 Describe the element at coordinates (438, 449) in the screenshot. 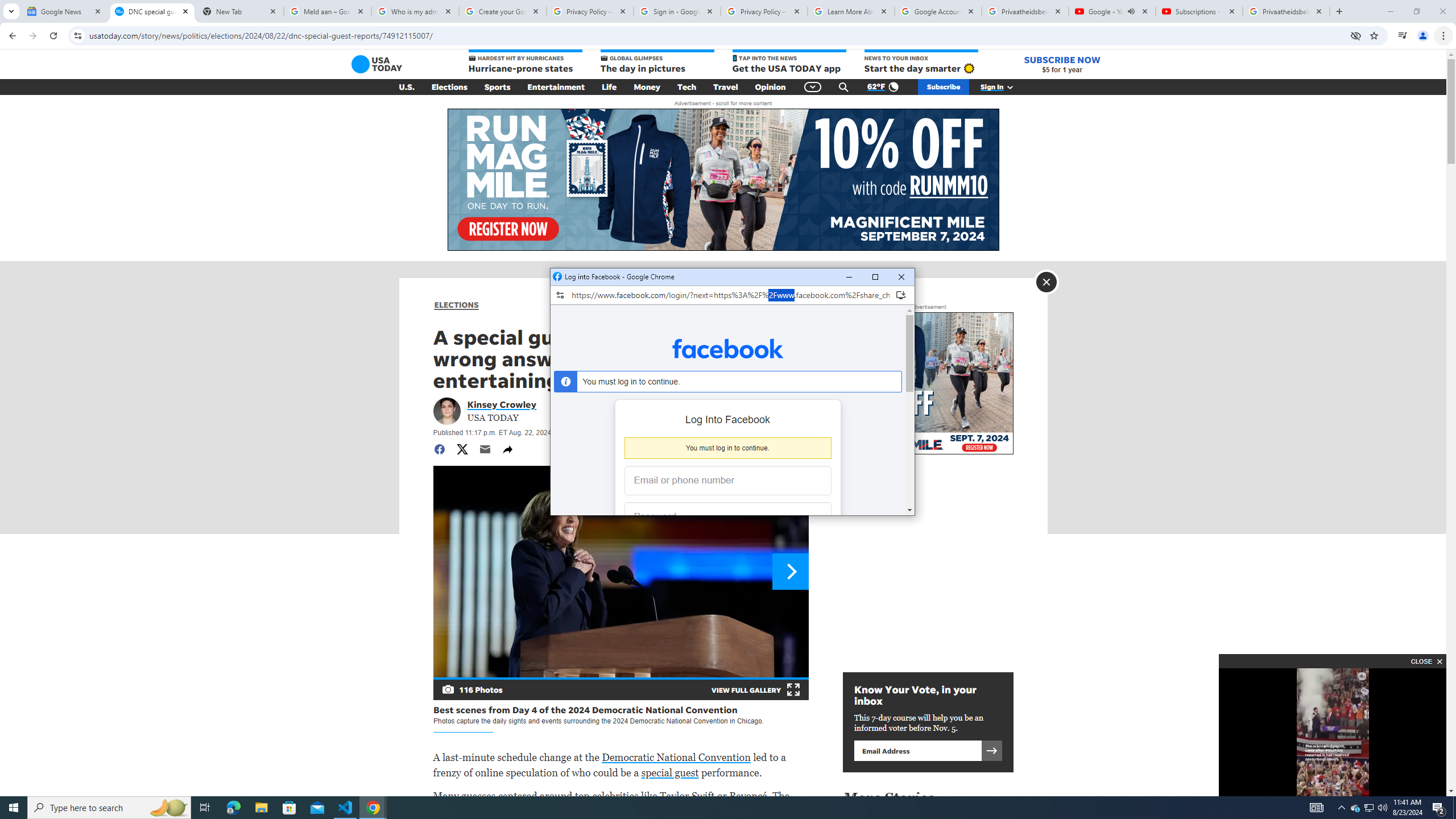

I see `'Share to Facebook'` at that location.